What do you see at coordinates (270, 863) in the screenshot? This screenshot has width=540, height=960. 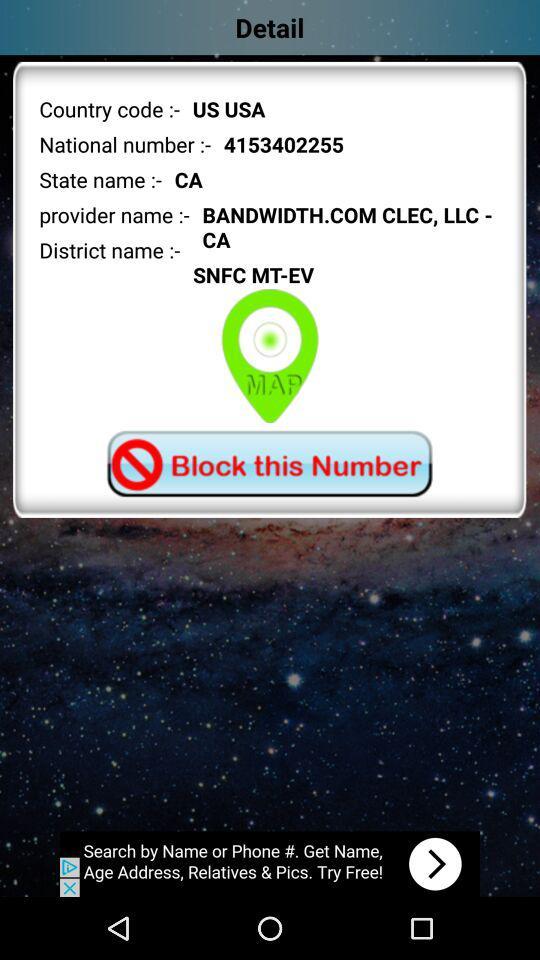 I see `advertisement for app to get information and pictures on people with arrow pointing to right` at bounding box center [270, 863].